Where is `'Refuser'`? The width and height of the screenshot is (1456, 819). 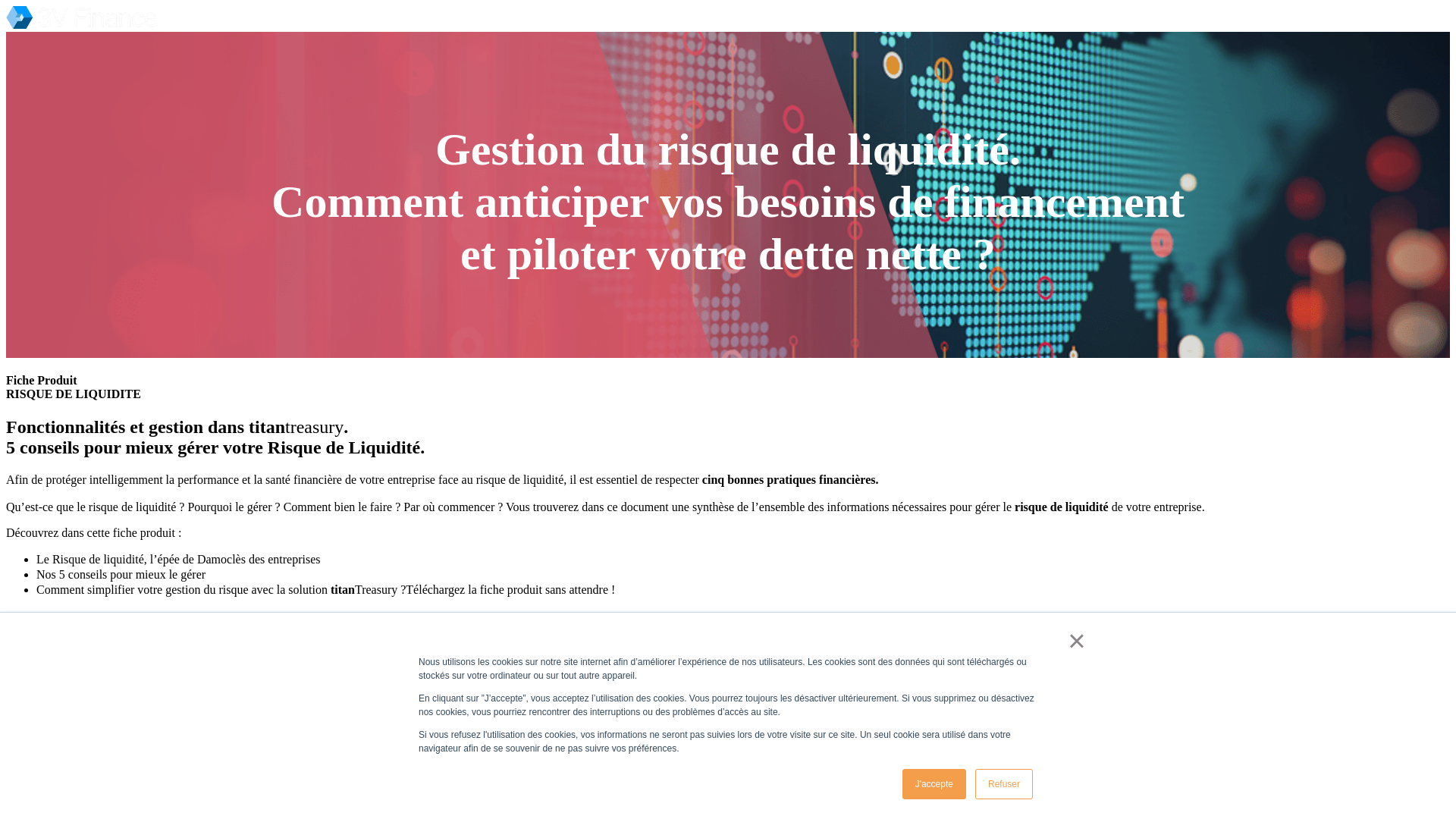
'Refuser' is located at coordinates (975, 783).